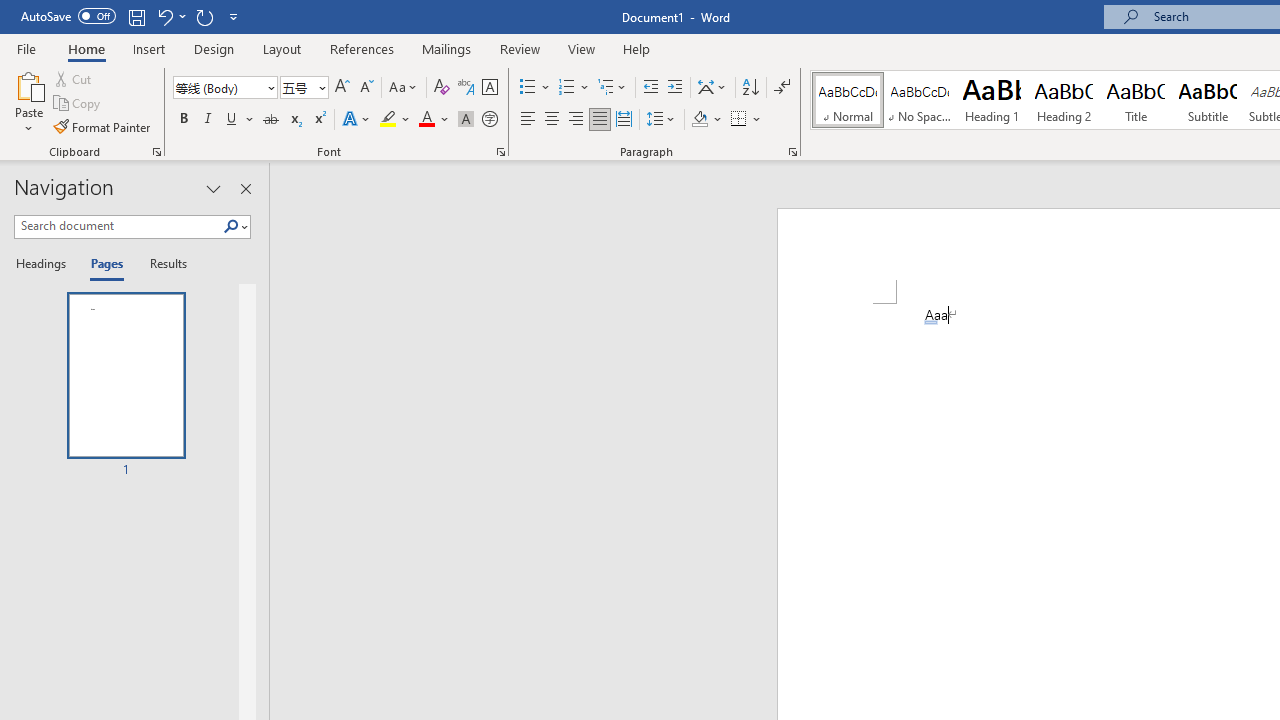 This screenshot has width=1280, height=720. I want to click on 'Align Left', so click(528, 119).